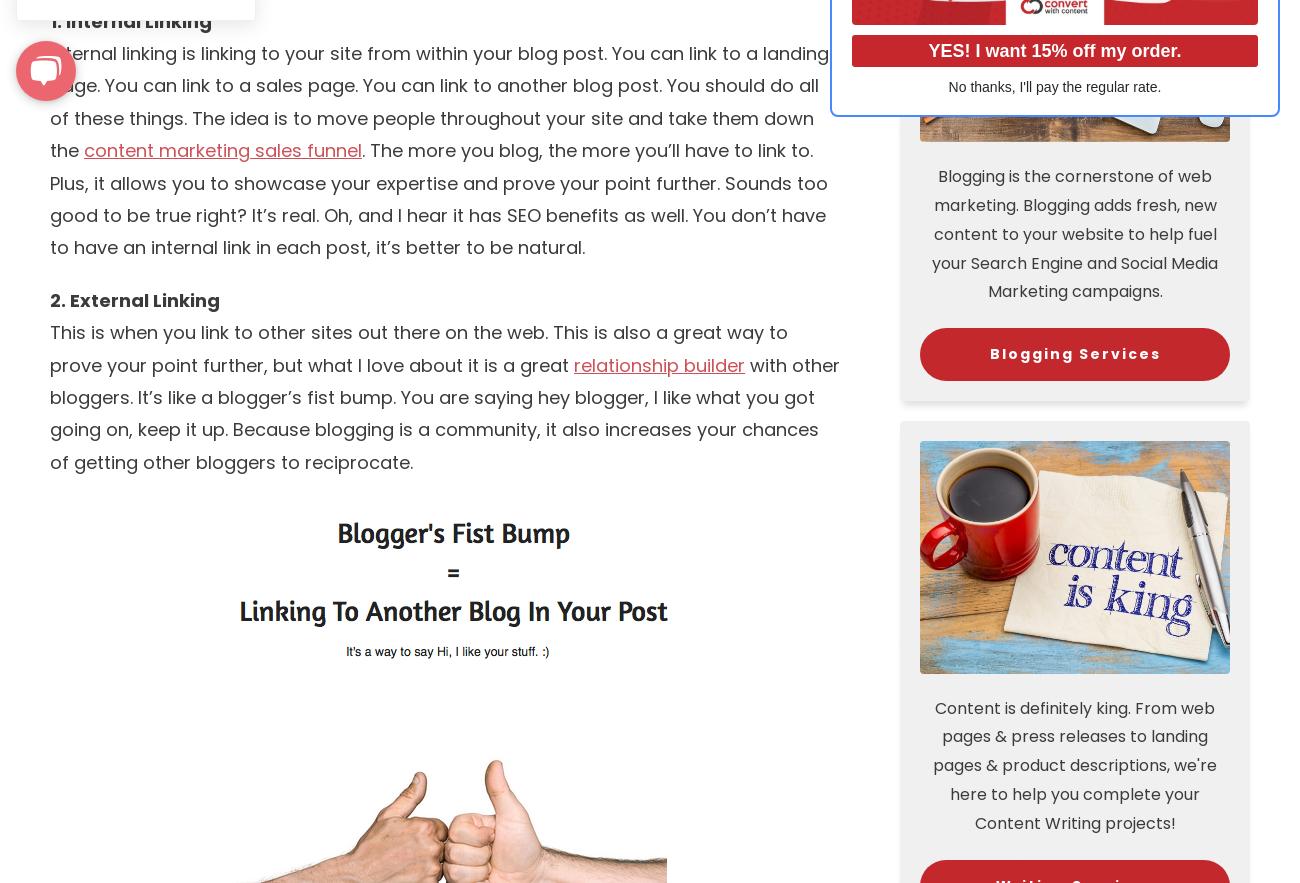 The image size is (1300, 883). Describe the element at coordinates (418, 348) in the screenshot. I see `'This is when you link to other sites out there on the web. This is also a great way to prove your point further, but what I love about it is a great'` at that location.